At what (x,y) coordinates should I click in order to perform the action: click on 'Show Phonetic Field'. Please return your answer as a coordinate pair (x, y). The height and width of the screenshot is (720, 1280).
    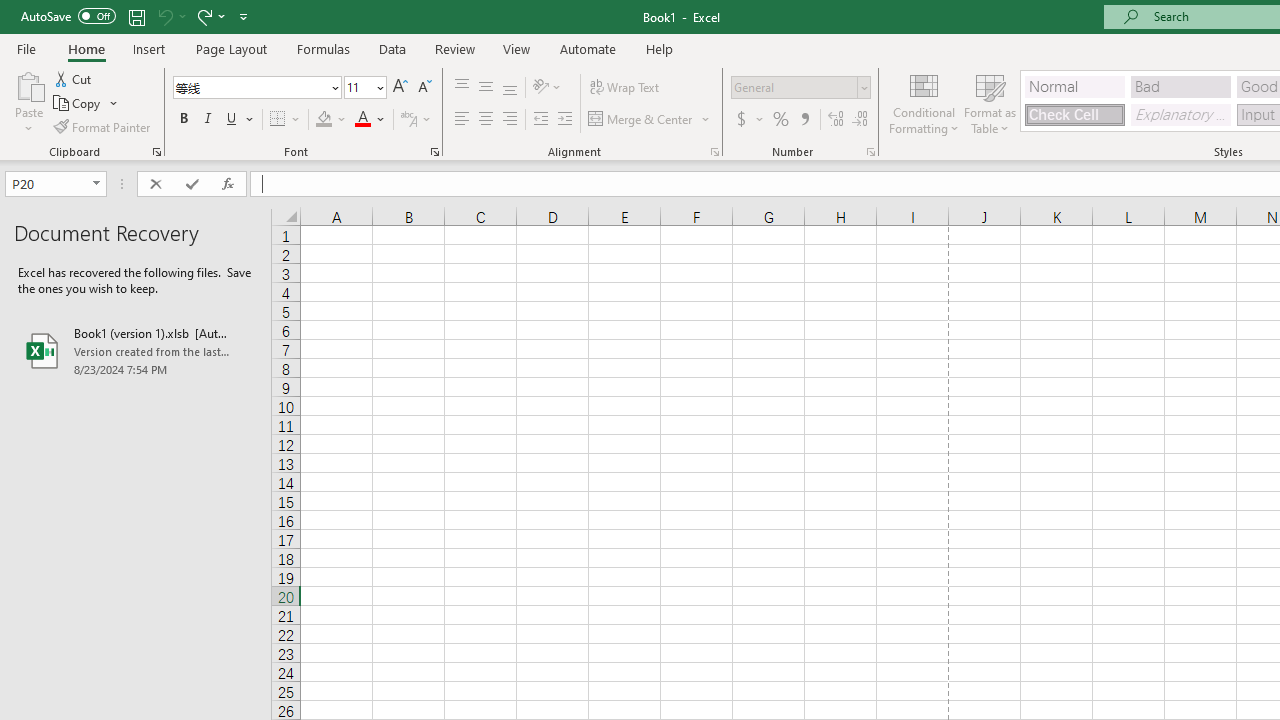
    Looking at the image, I should click on (407, 119).